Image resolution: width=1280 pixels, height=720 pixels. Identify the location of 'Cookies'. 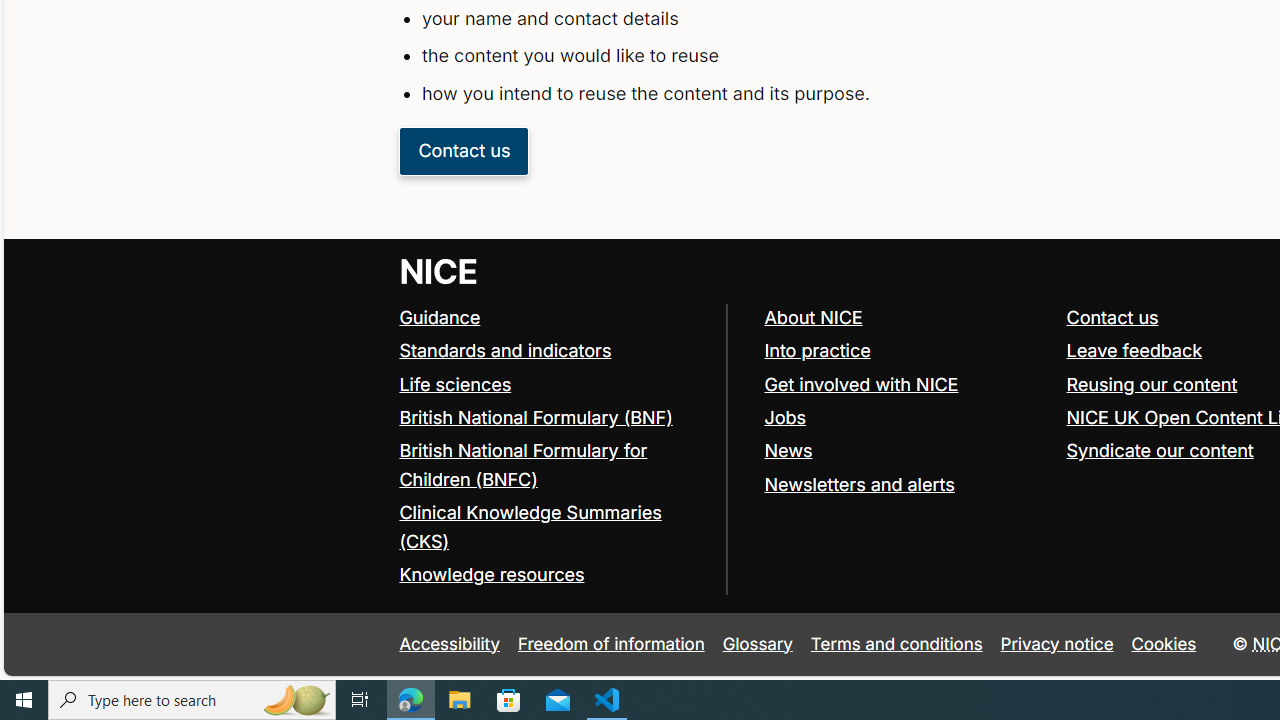
(1164, 644).